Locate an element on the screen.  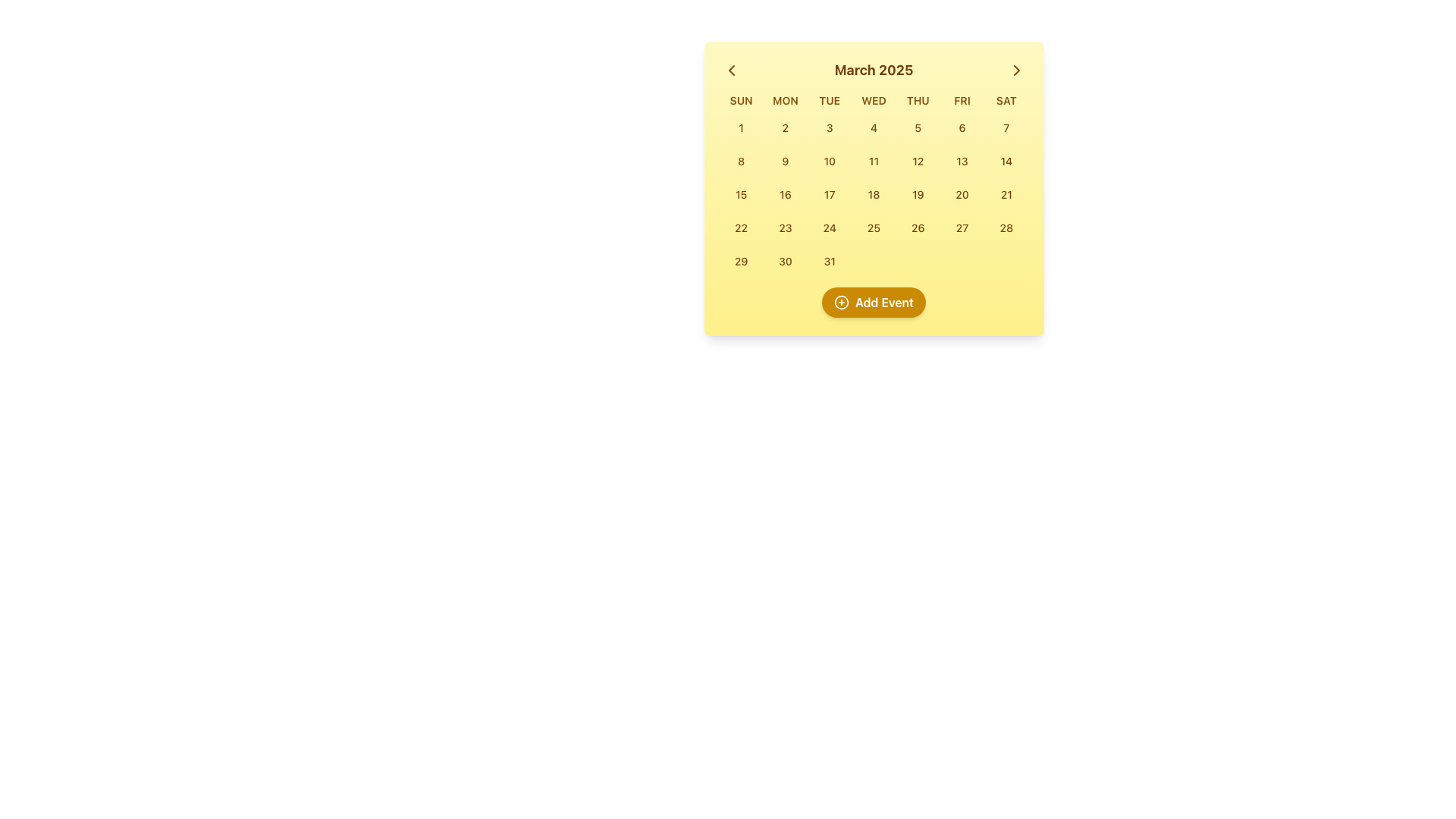
the static text element displaying the number '30' in bold brown font located in the bottom-right quadrant of the March 2025 calendar grid is located at coordinates (785, 260).